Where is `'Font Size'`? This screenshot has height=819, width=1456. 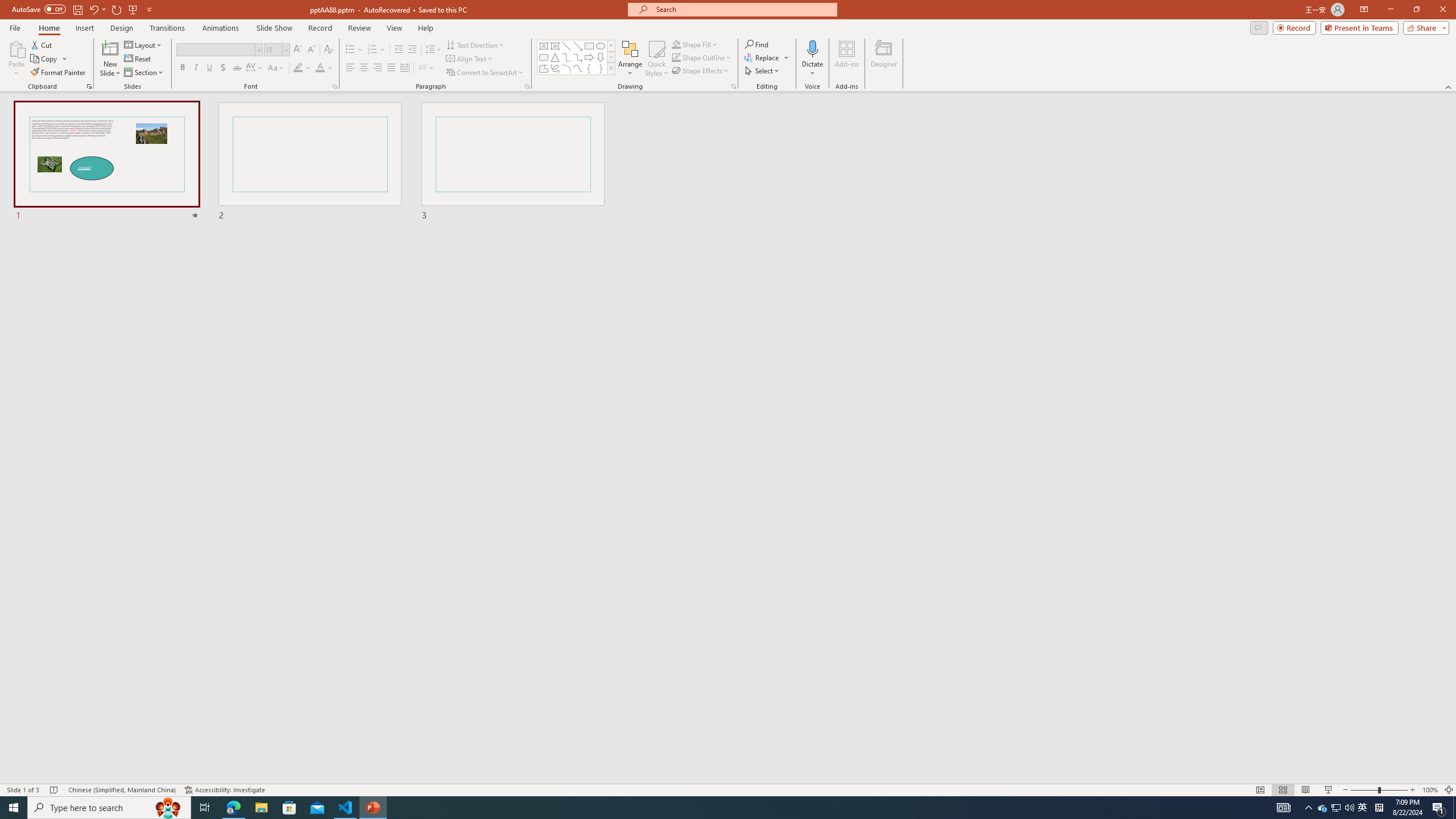 'Font Size' is located at coordinates (276, 49).